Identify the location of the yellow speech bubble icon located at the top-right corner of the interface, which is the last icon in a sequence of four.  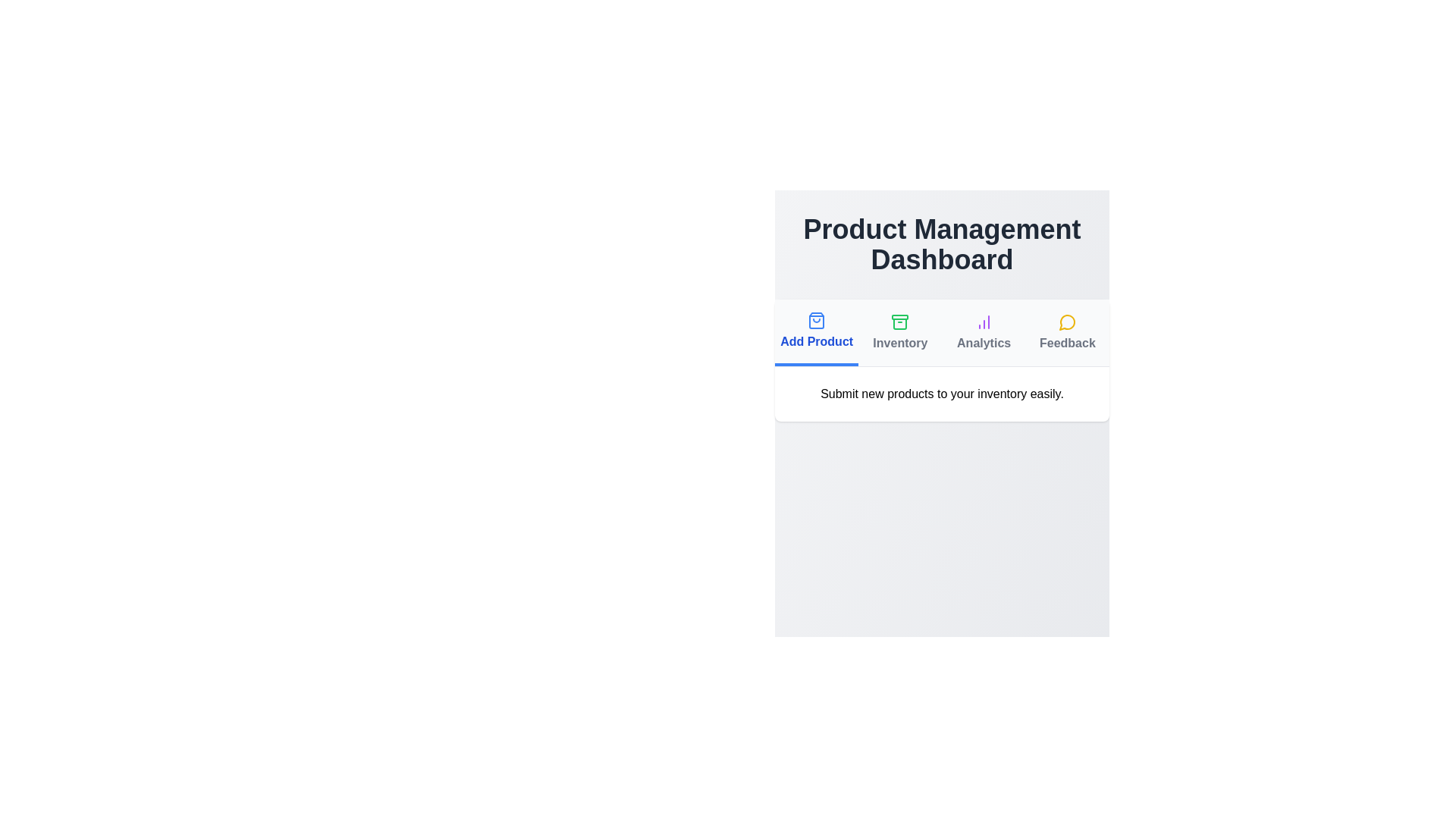
(1066, 321).